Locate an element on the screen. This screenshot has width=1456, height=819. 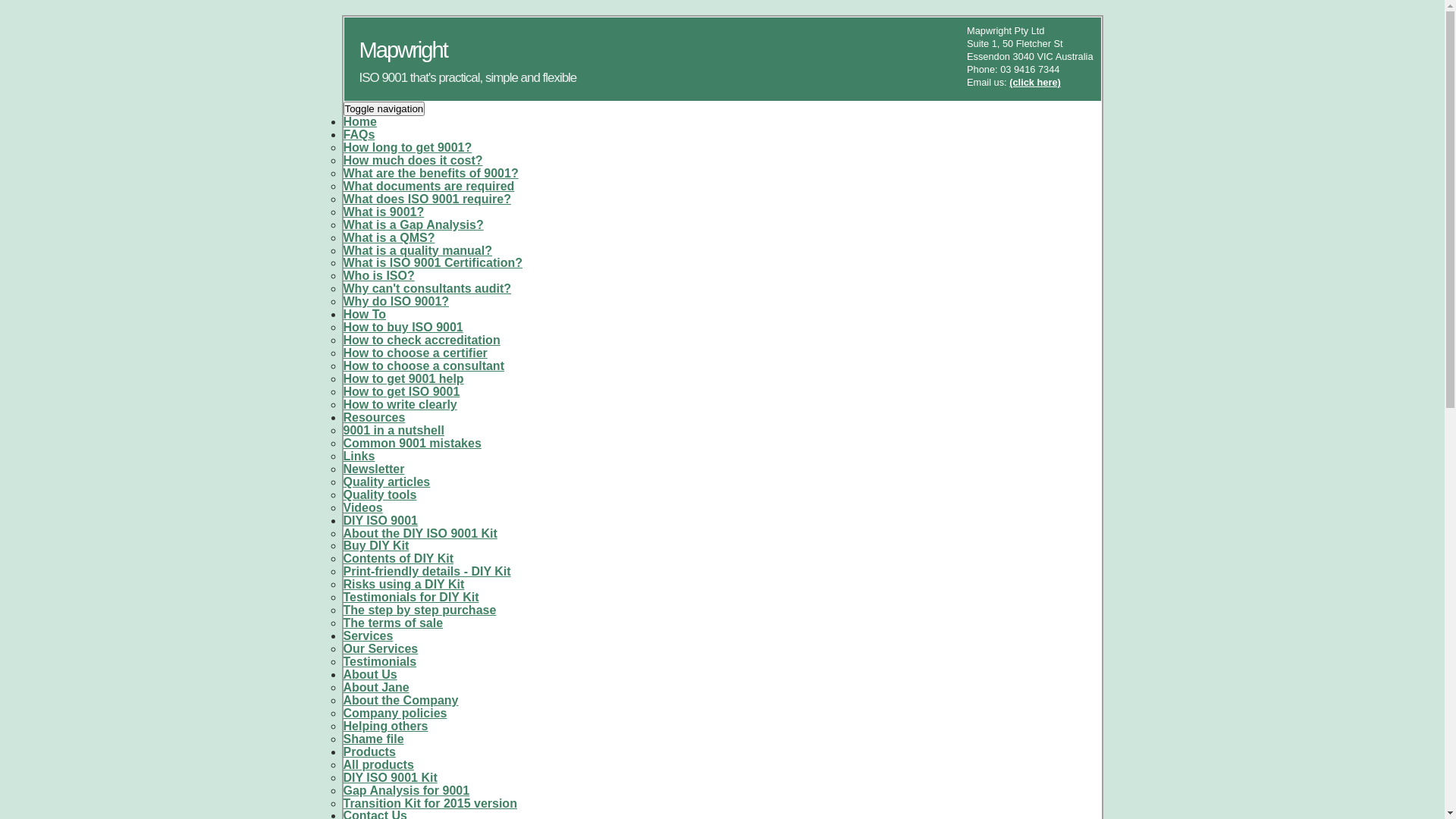
'Services' is located at coordinates (367, 635).